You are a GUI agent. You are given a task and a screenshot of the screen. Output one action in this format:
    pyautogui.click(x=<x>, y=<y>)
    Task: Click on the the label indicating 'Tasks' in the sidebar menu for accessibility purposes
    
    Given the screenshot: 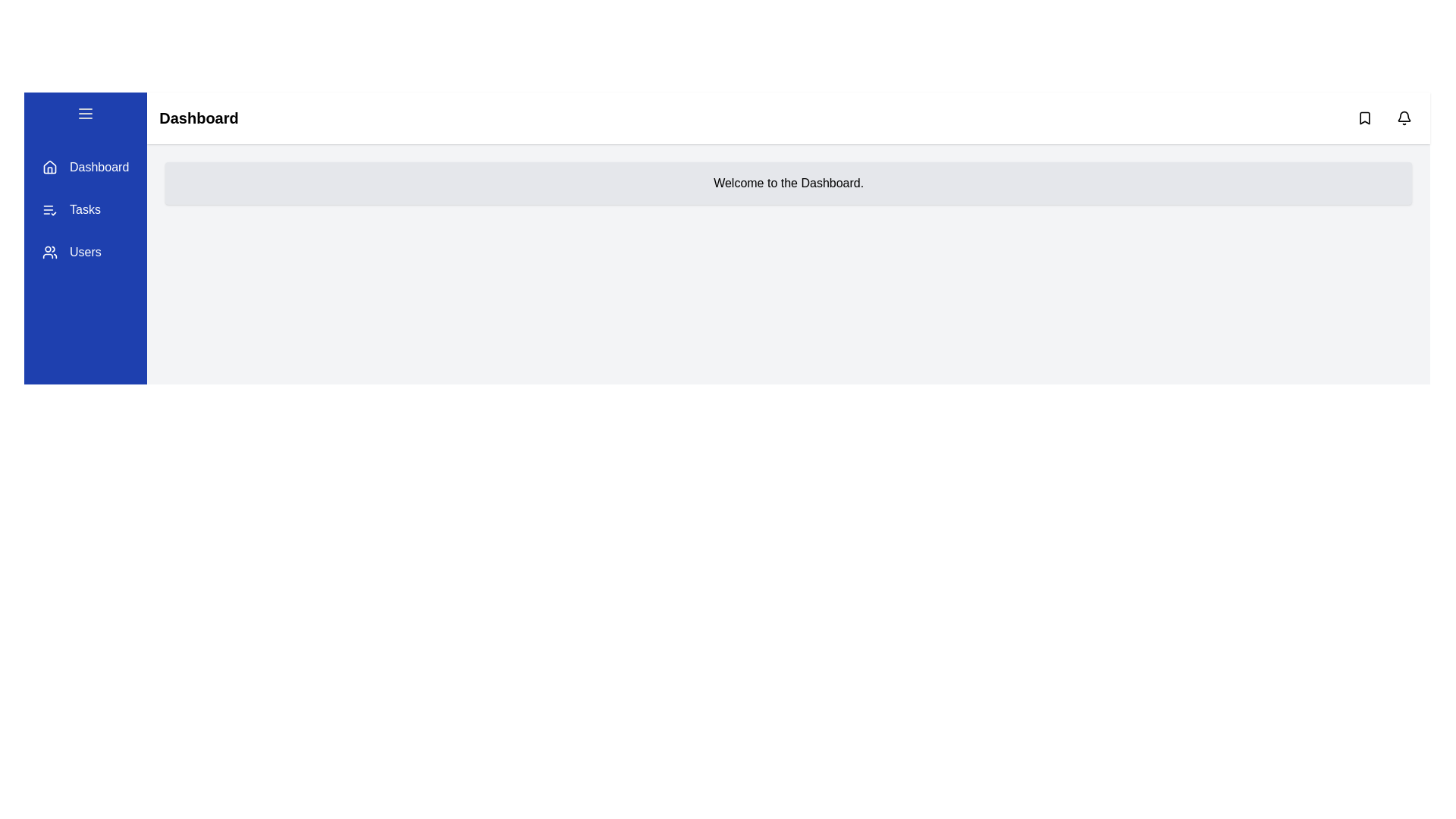 What is the action you would take?
    pyautogui.click(x=84, y=210)
    